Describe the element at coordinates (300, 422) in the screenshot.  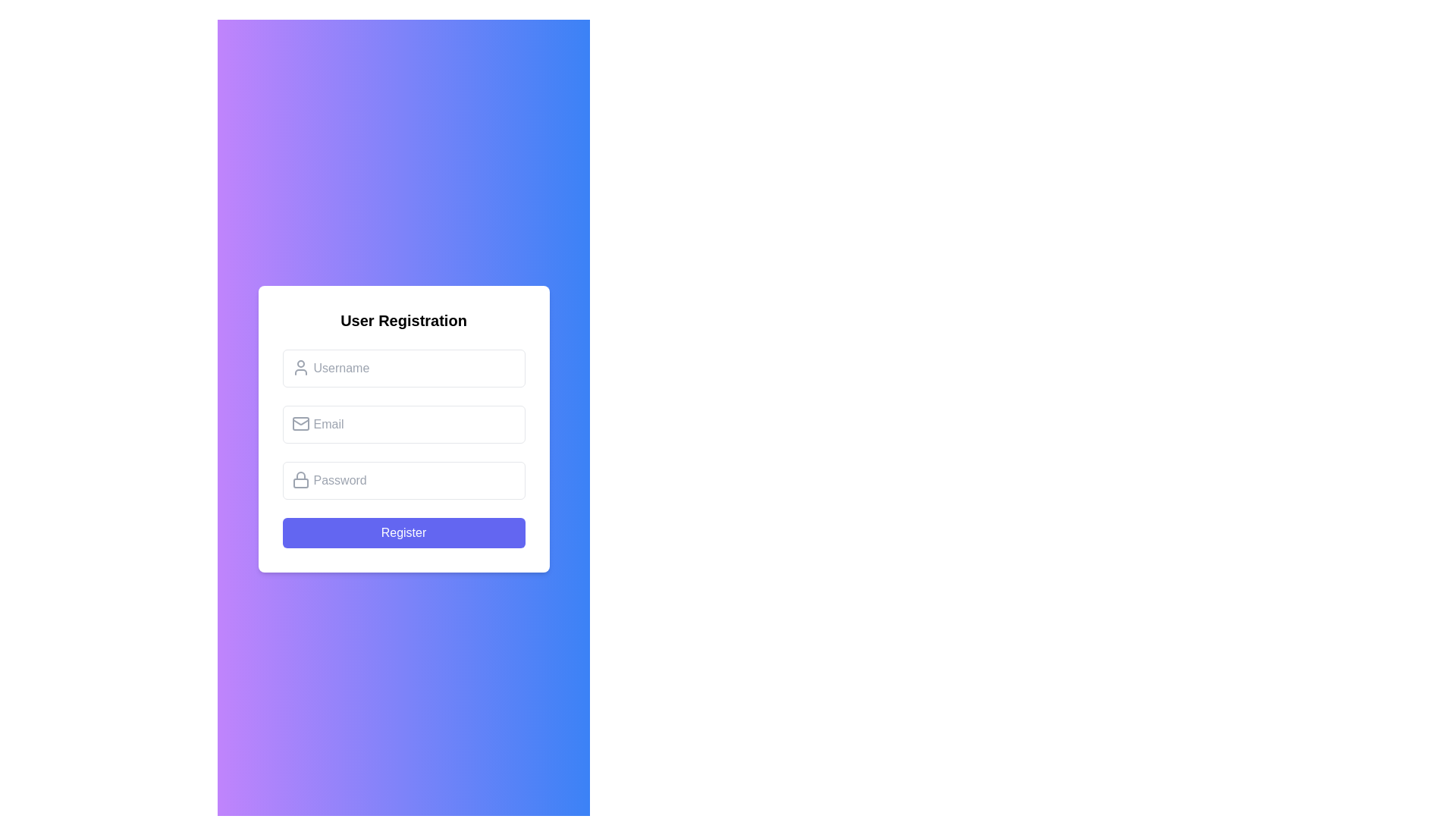
I see `the email icon located to the left of the email input field in the user registration form` at that location.